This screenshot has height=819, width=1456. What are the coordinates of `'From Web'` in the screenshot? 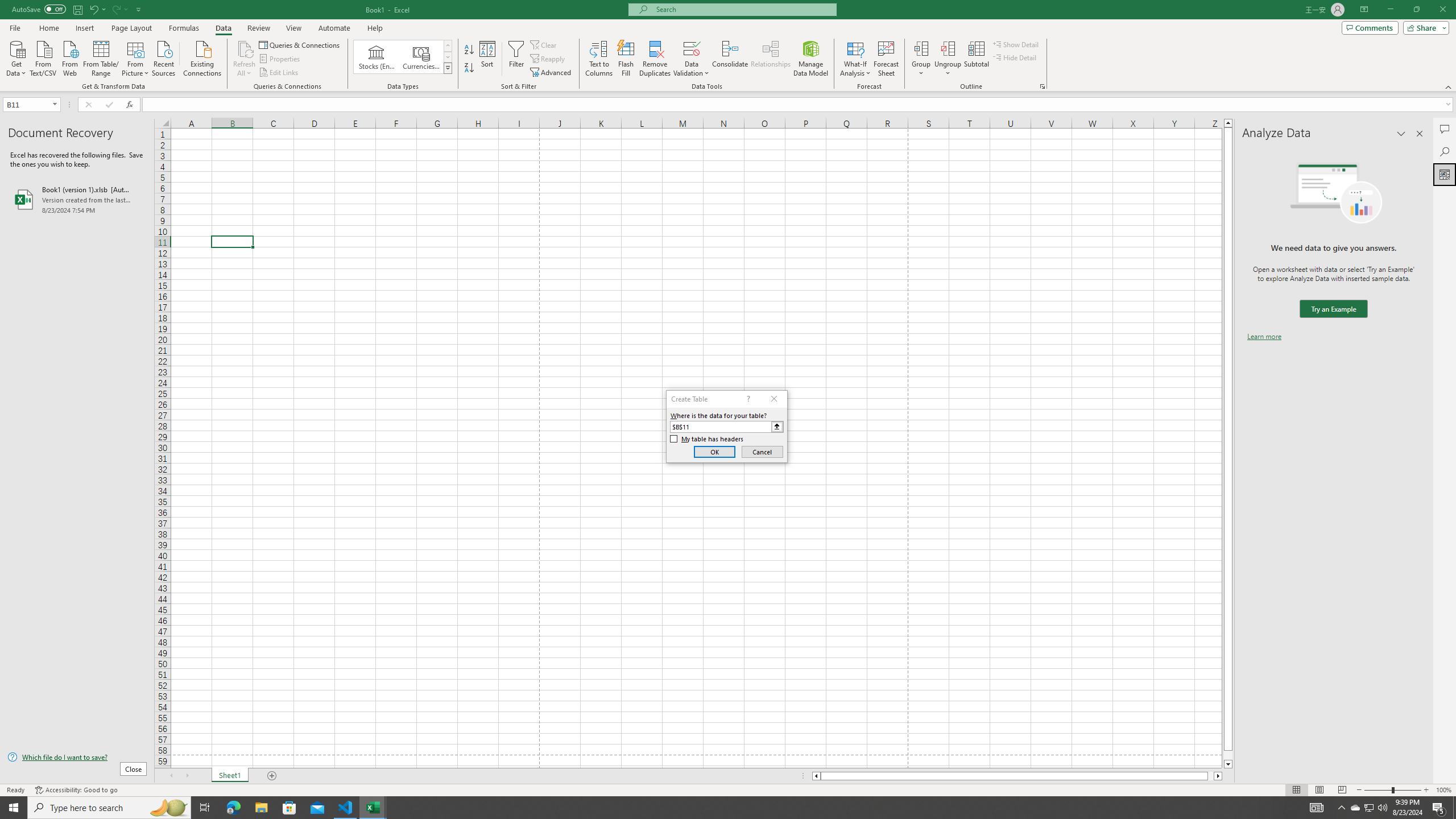 It's located at (69, 57).